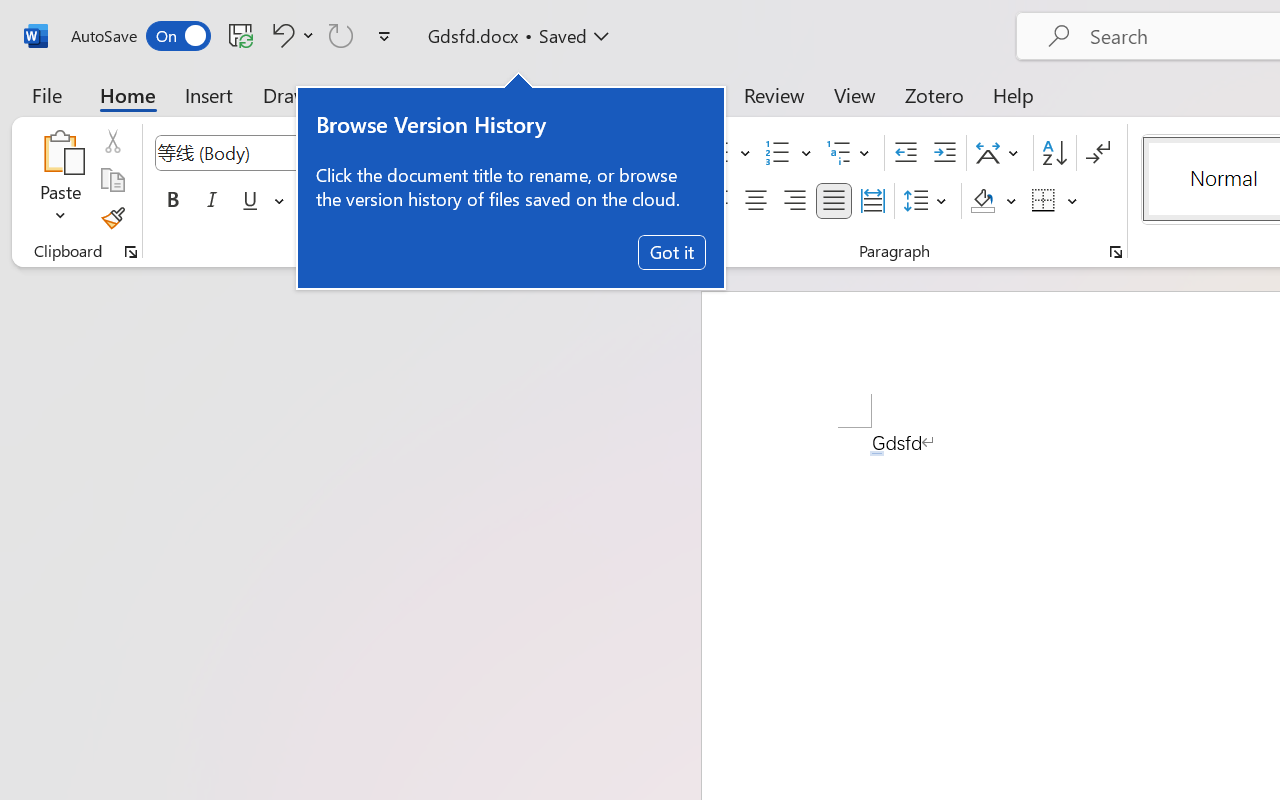  What do you see at coordinates (212, 201) in the screenshot?
I see `'Italic'` at bounding box center [212, 201].